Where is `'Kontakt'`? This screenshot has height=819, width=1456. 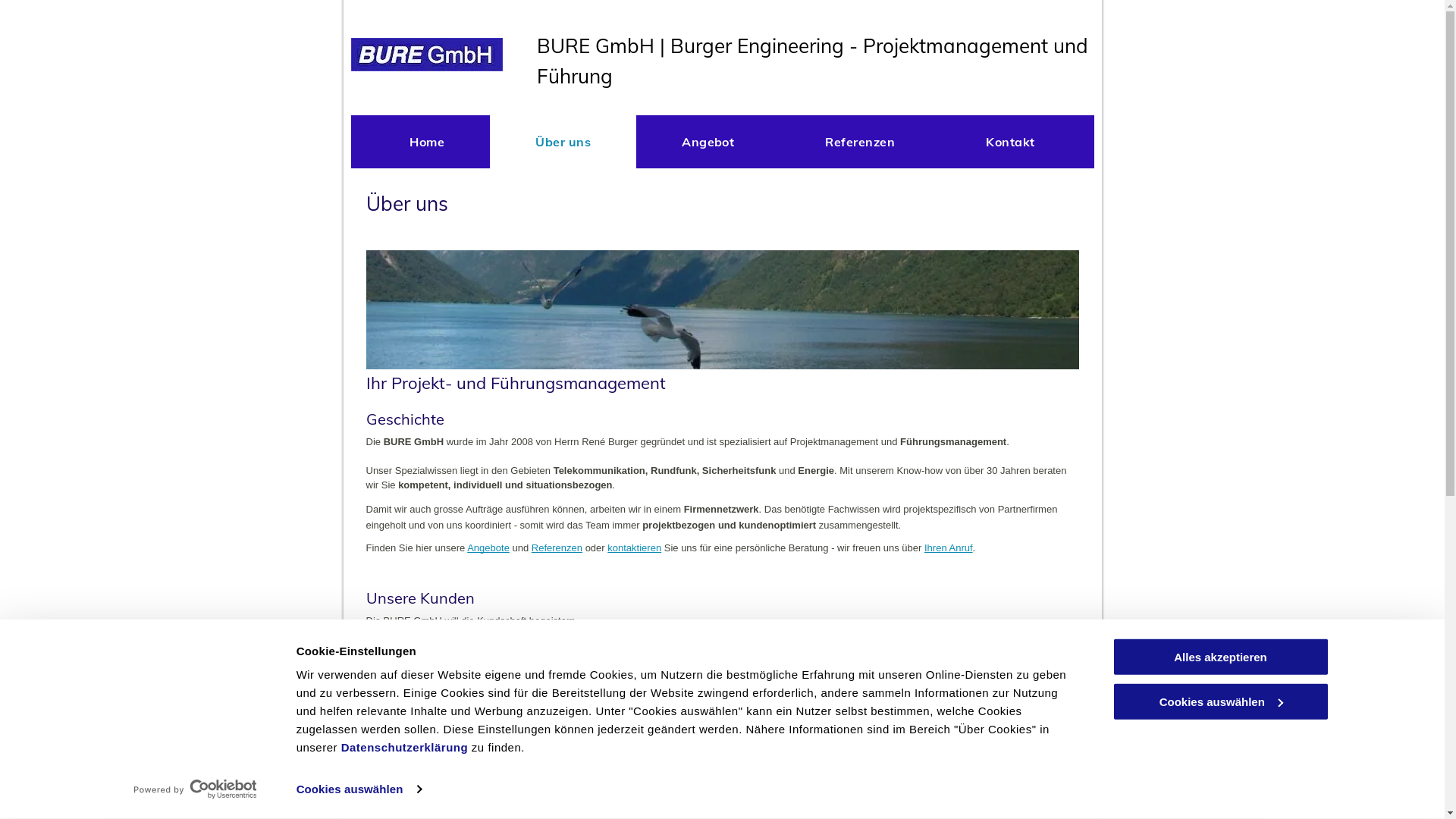
'Kontakt' is located at coordinates (1010, 141).